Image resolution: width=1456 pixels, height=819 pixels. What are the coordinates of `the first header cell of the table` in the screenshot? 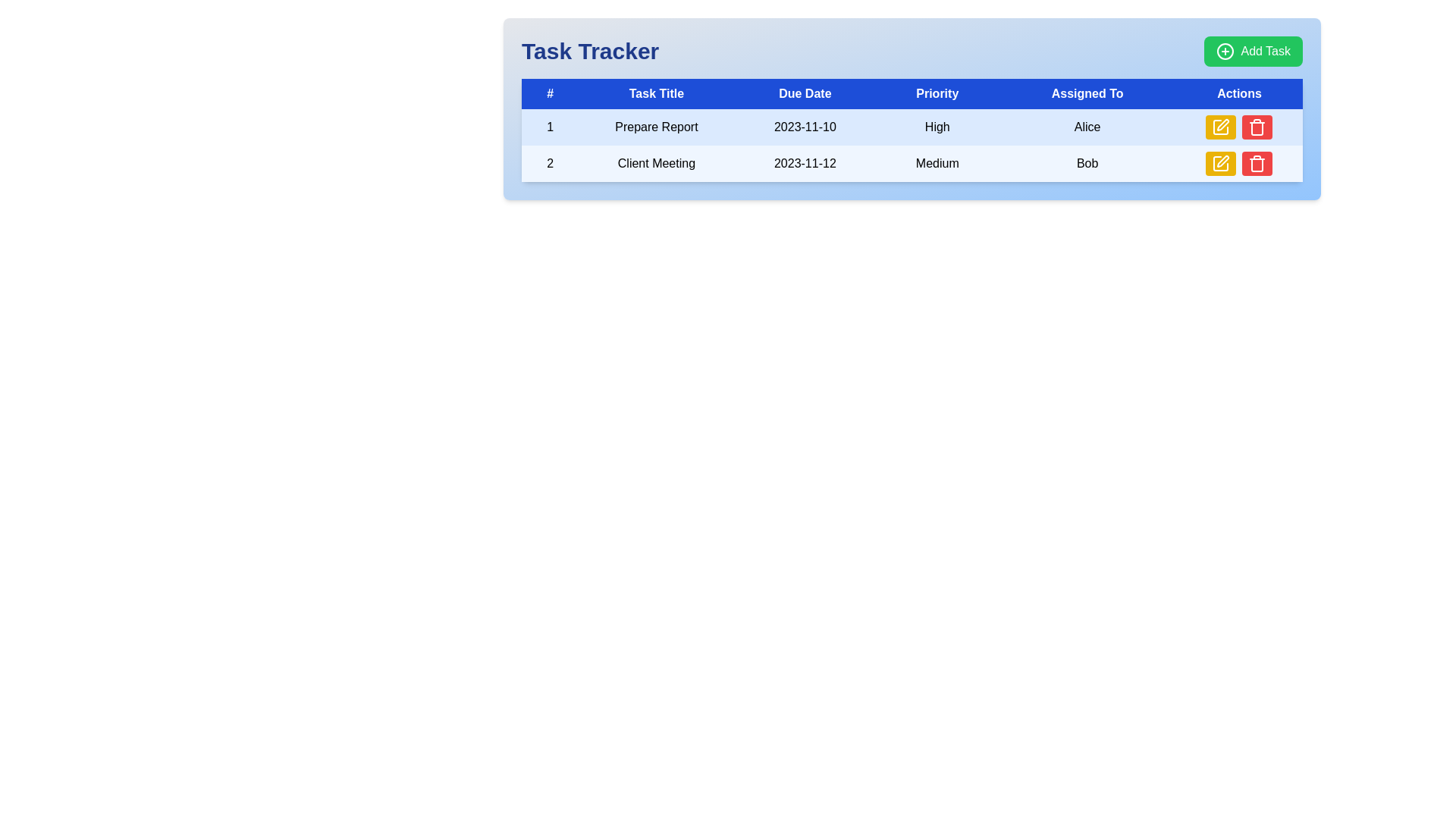 It's located at (549, 93).